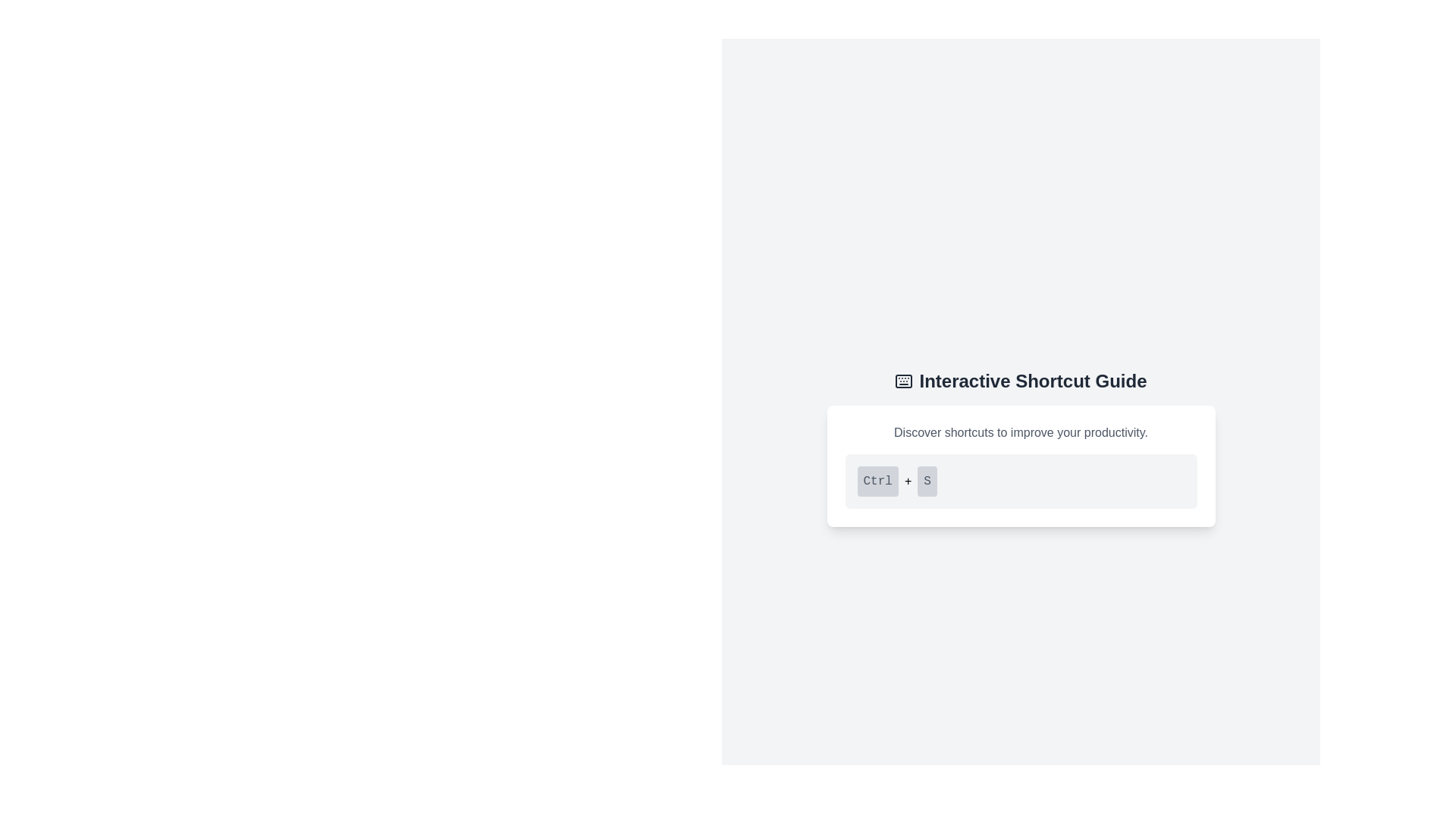 Image resolution: width=1456 pixels, height=819 pixels. What do you see at coordinates (904, 380) in the screenshot?
I see `the icon representing the heading 'Interactive Shortcut Guide', located at the start of the heading and to the left of the text` at bounding box center [904, 380].